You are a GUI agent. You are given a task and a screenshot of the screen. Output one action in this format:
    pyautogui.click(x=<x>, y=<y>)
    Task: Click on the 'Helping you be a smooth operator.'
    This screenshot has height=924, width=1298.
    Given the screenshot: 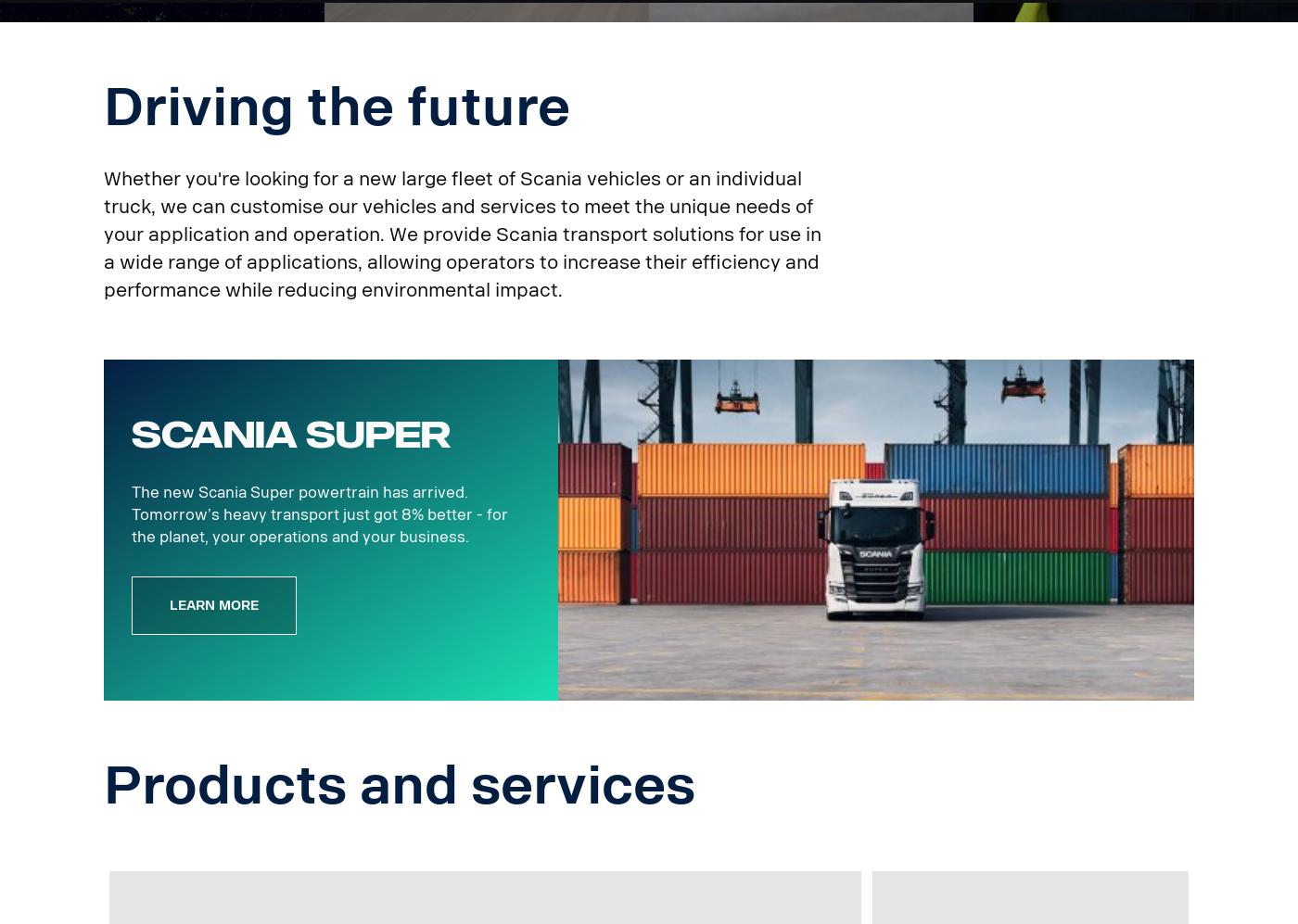 What is the action you would take?
    pyautogui.click(x=351, y=32)
    